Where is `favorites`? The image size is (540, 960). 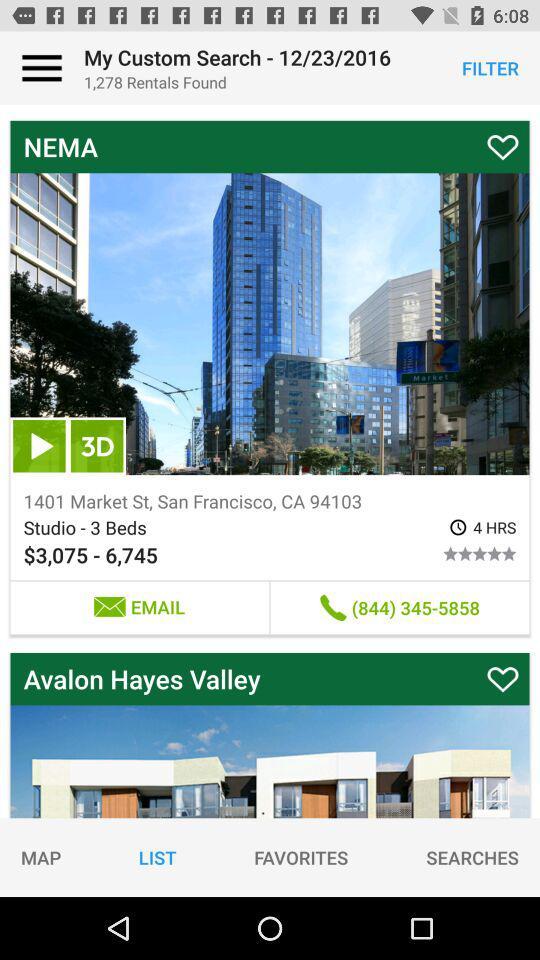 favorites is located at coordinates (300, 856).